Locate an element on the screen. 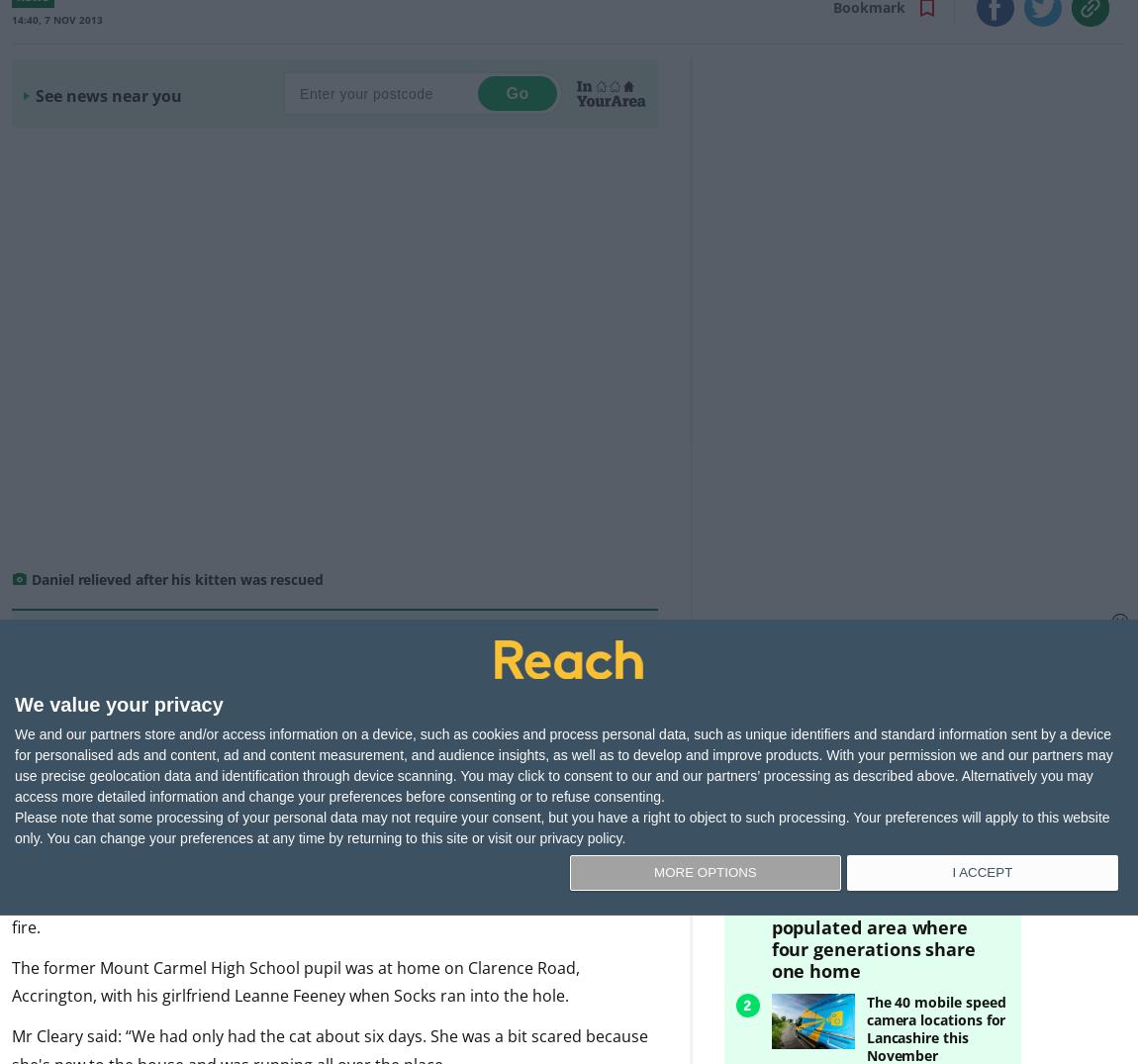  'More info' is located at coordinates (361, 725).